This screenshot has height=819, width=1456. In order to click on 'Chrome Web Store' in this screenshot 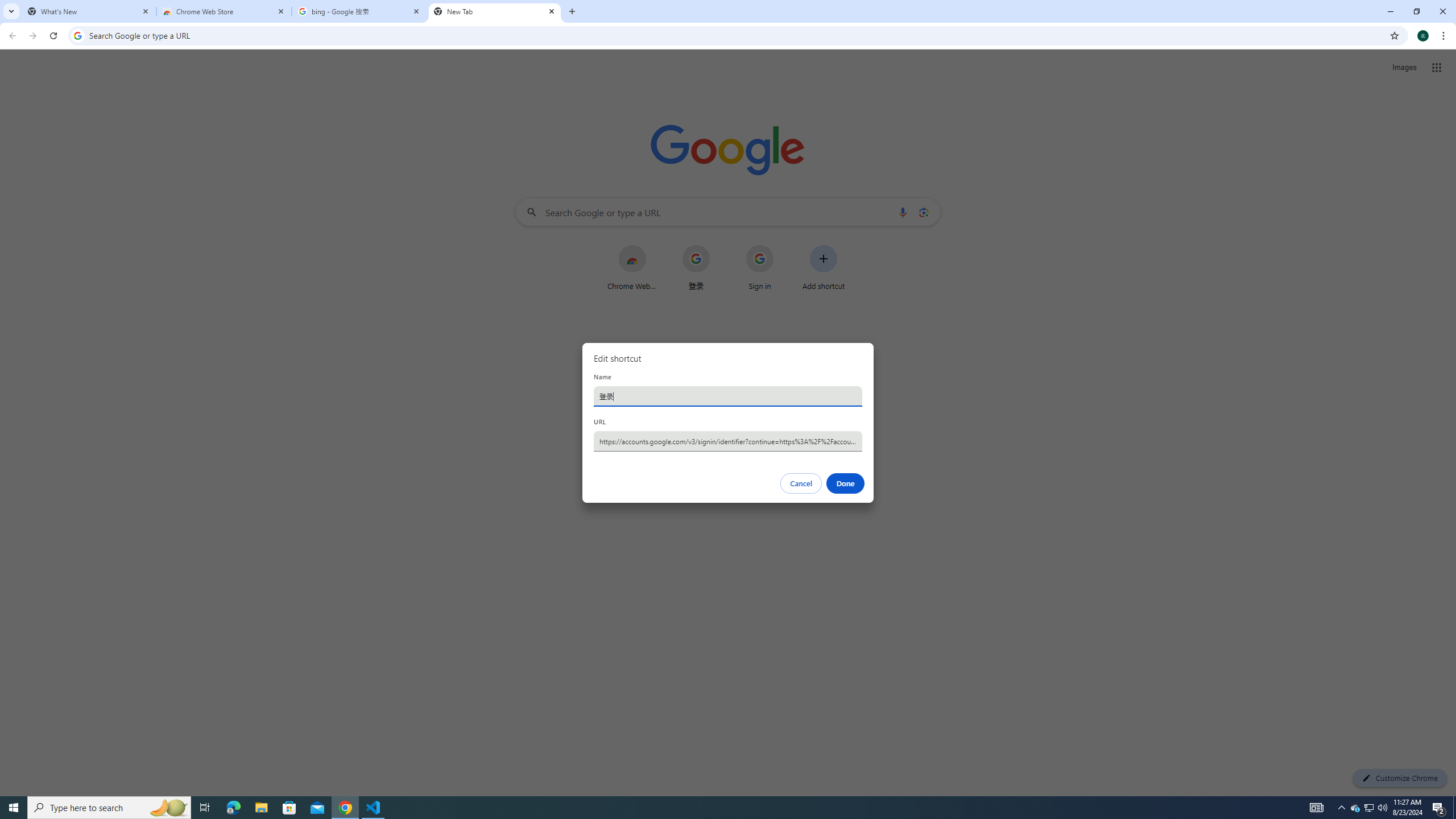, I will do `click(224, 11)`.